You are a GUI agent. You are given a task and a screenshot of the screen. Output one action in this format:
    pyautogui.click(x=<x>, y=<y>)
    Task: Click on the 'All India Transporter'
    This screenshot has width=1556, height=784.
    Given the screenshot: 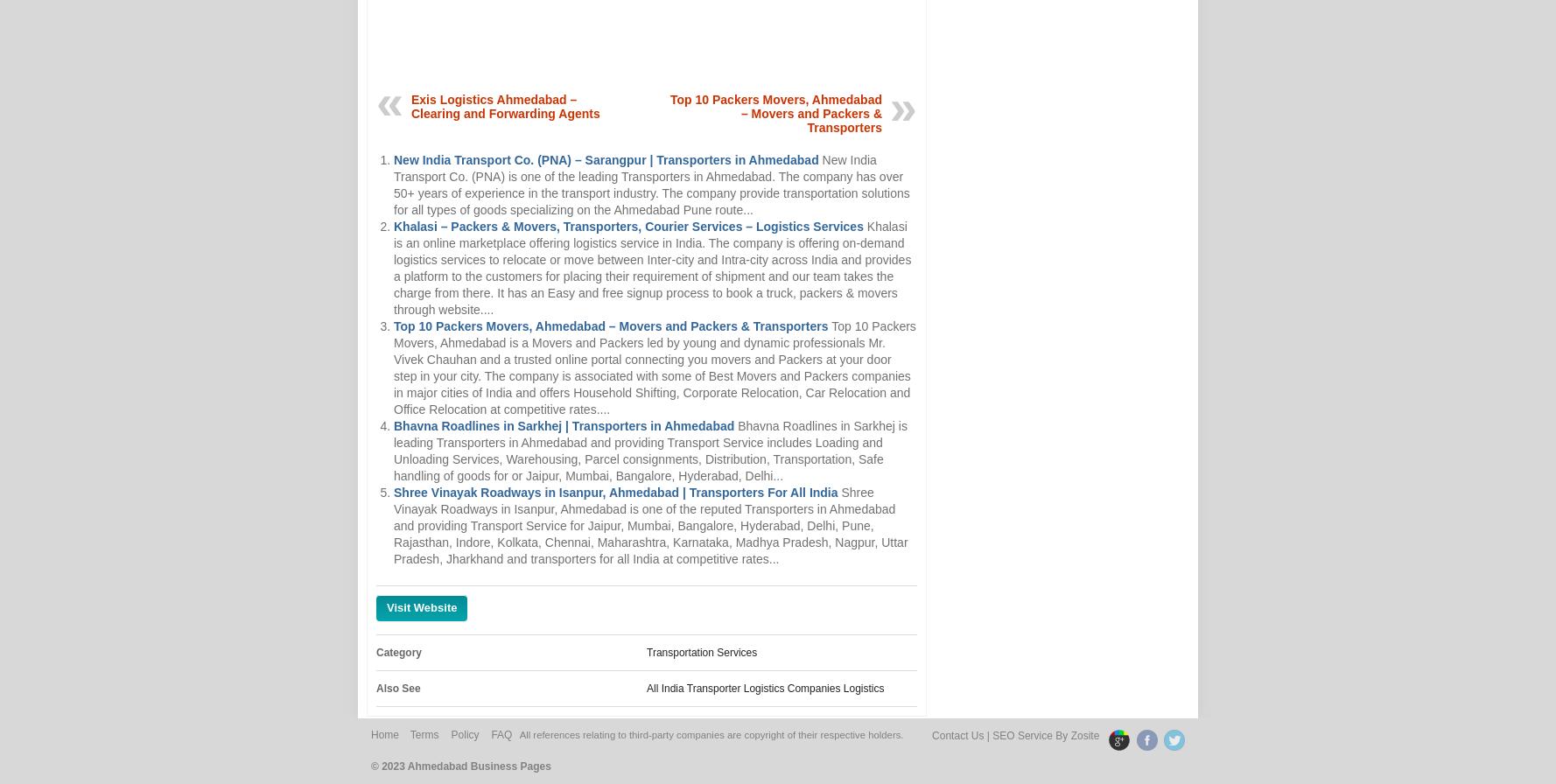 What is the action you would take?
    pyautogui.click(x=693, y=688)
    